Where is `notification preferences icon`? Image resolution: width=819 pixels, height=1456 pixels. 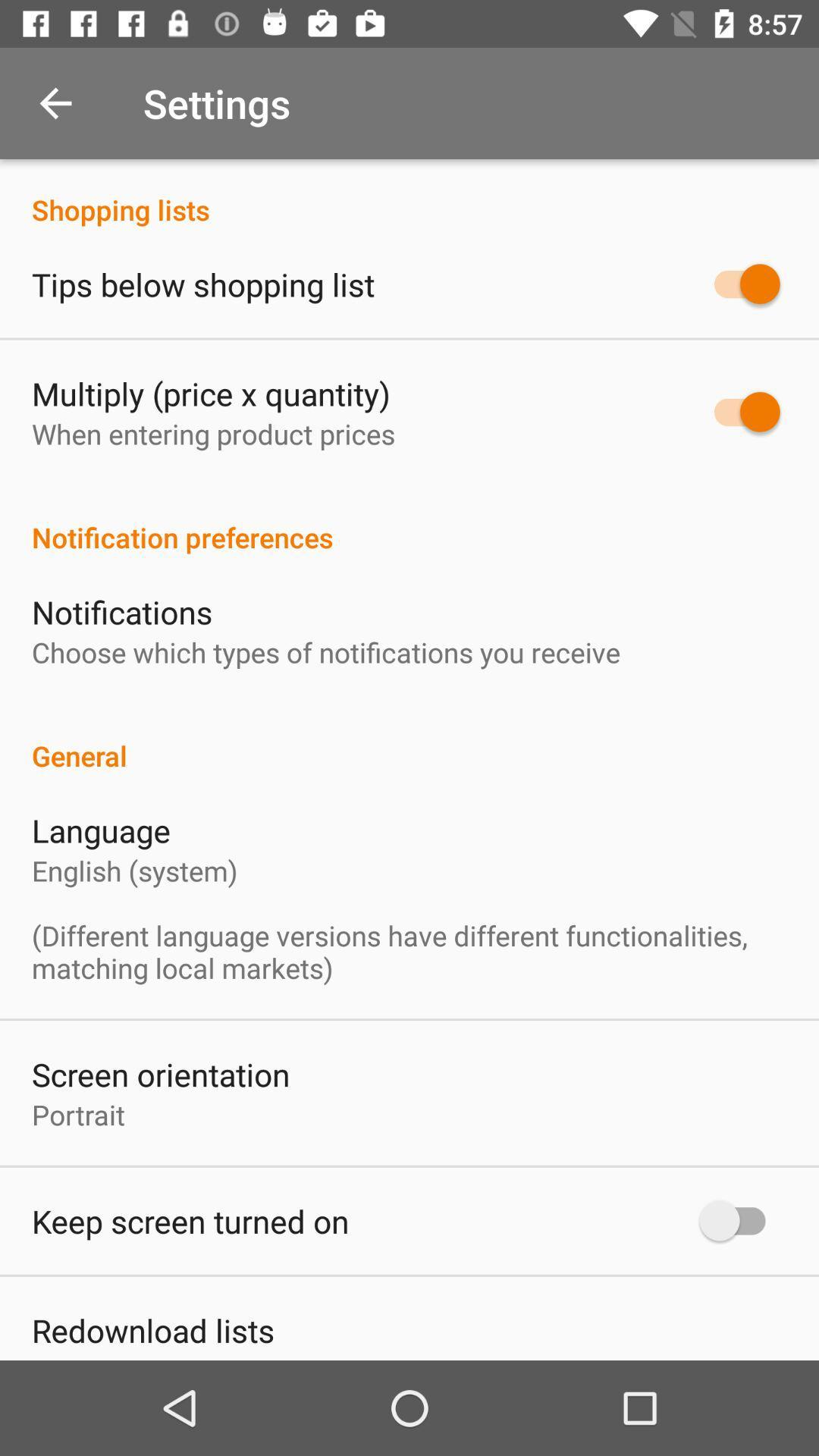
notification preferences icon is located at coordinates (409, 521).